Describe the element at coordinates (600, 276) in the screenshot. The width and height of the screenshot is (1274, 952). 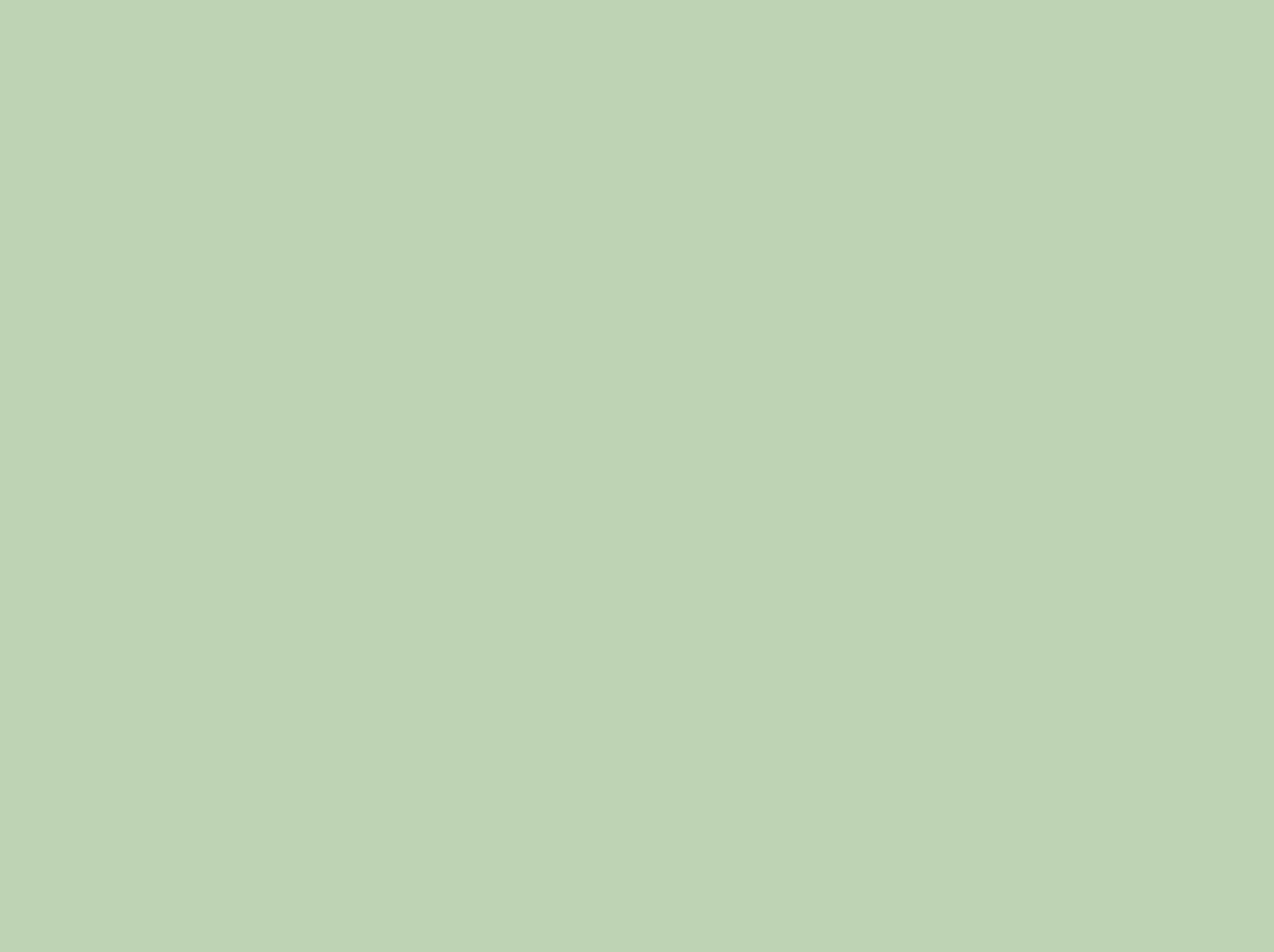
I see `'40th. Andrew Hook'` at that location.